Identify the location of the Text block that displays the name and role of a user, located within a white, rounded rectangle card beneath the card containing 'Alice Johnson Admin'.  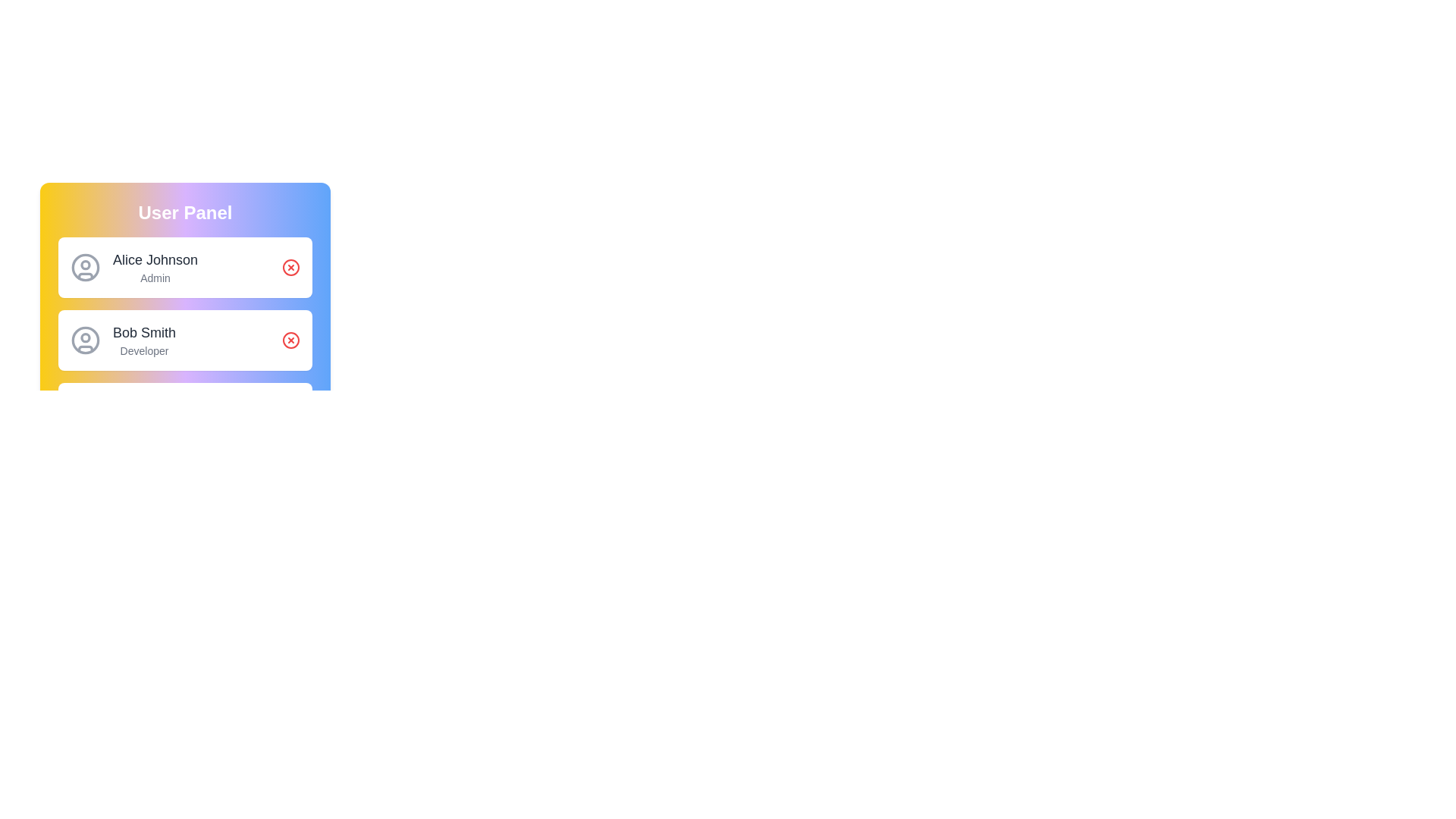
(144, 339).